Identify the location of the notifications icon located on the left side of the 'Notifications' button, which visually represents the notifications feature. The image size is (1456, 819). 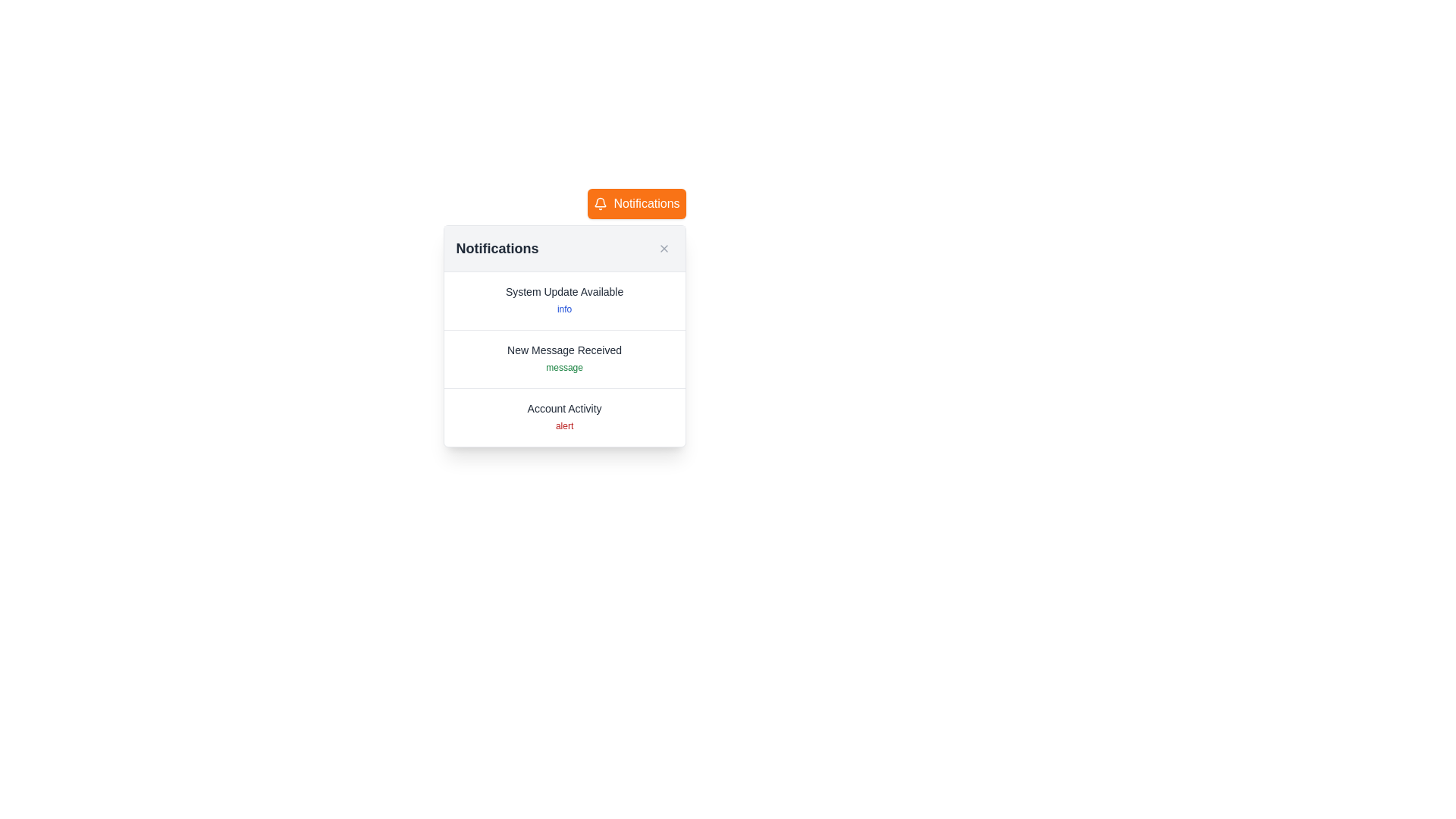
(600, 203).